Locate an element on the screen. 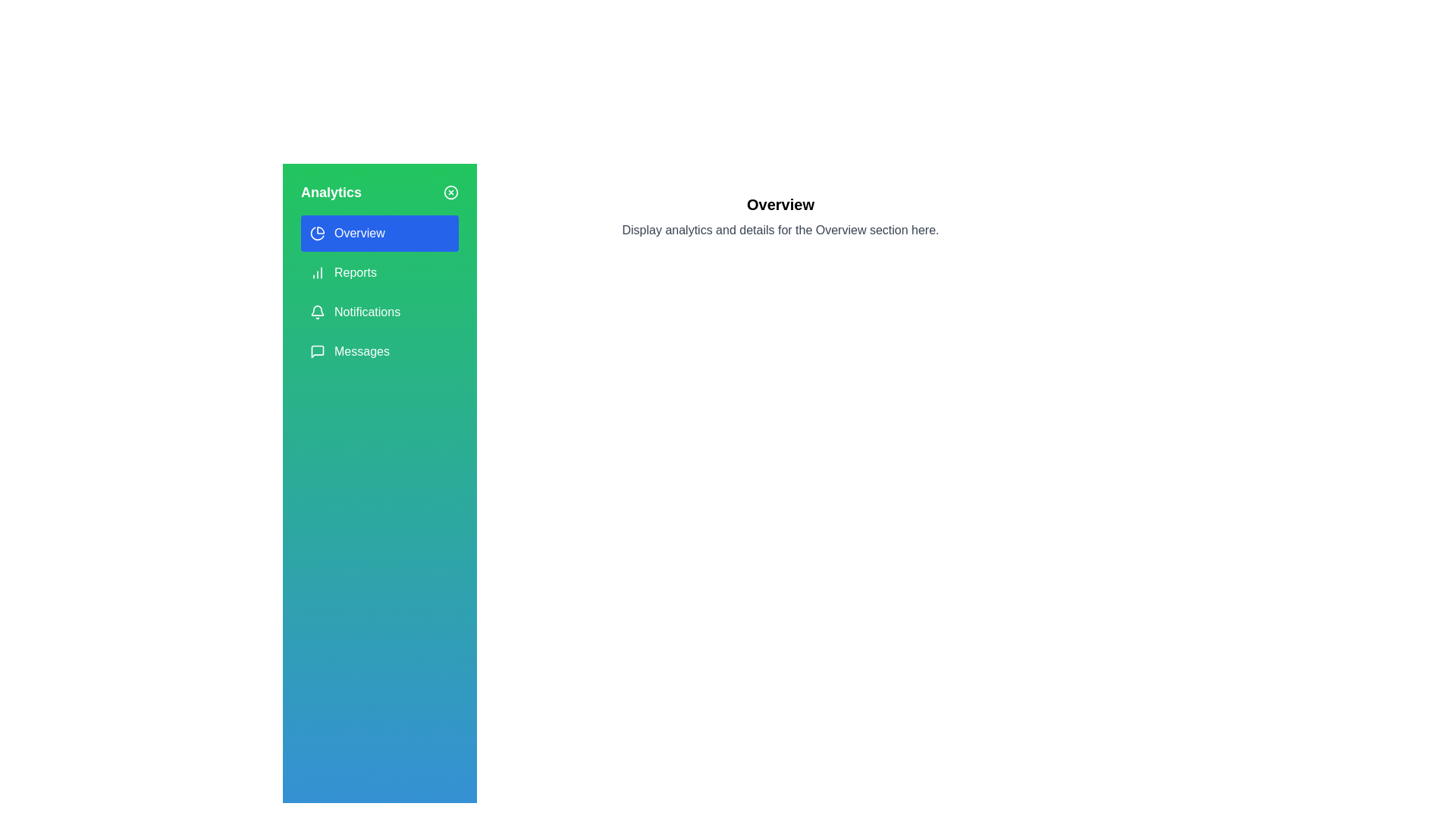 The height and width of the screenshot is (819, 1456). the menu option corresponding to Messages is located at coordinates (379, 351).